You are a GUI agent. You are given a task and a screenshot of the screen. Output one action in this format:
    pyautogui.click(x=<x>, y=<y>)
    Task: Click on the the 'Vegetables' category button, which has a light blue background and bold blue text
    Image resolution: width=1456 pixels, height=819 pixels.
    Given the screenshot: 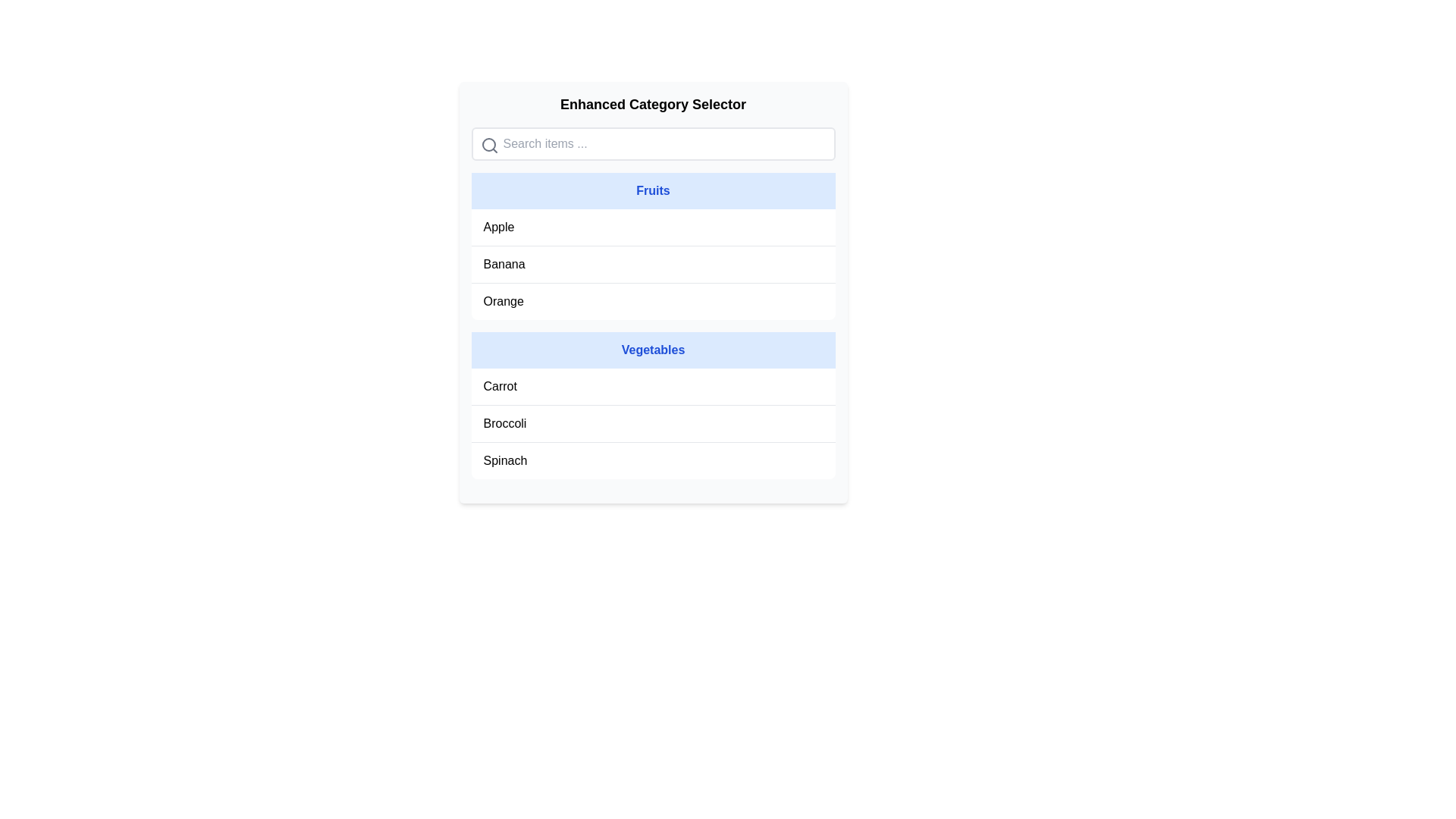 What is the action you would take?
    pyautogui.click(x=653, y=350)
    